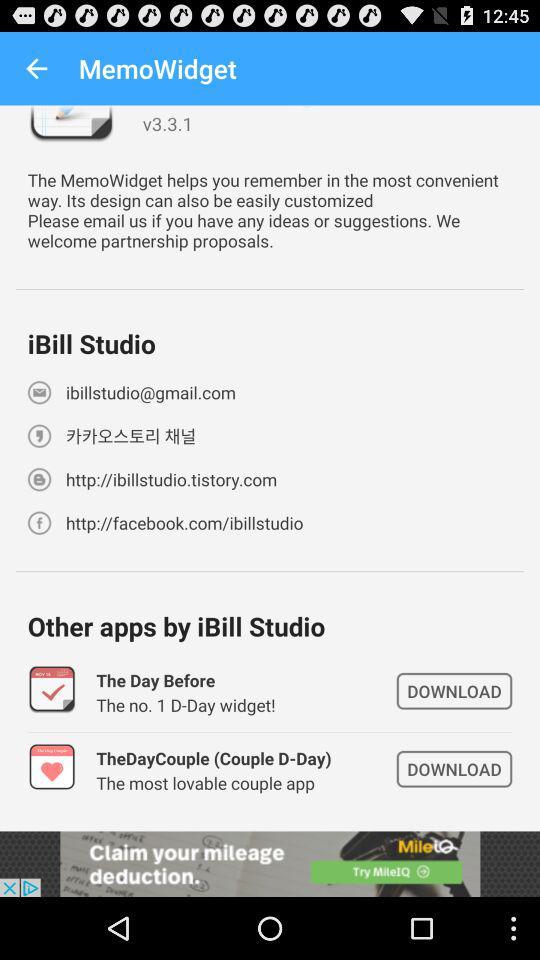  I want to click on advertisement, so click(270, 863).